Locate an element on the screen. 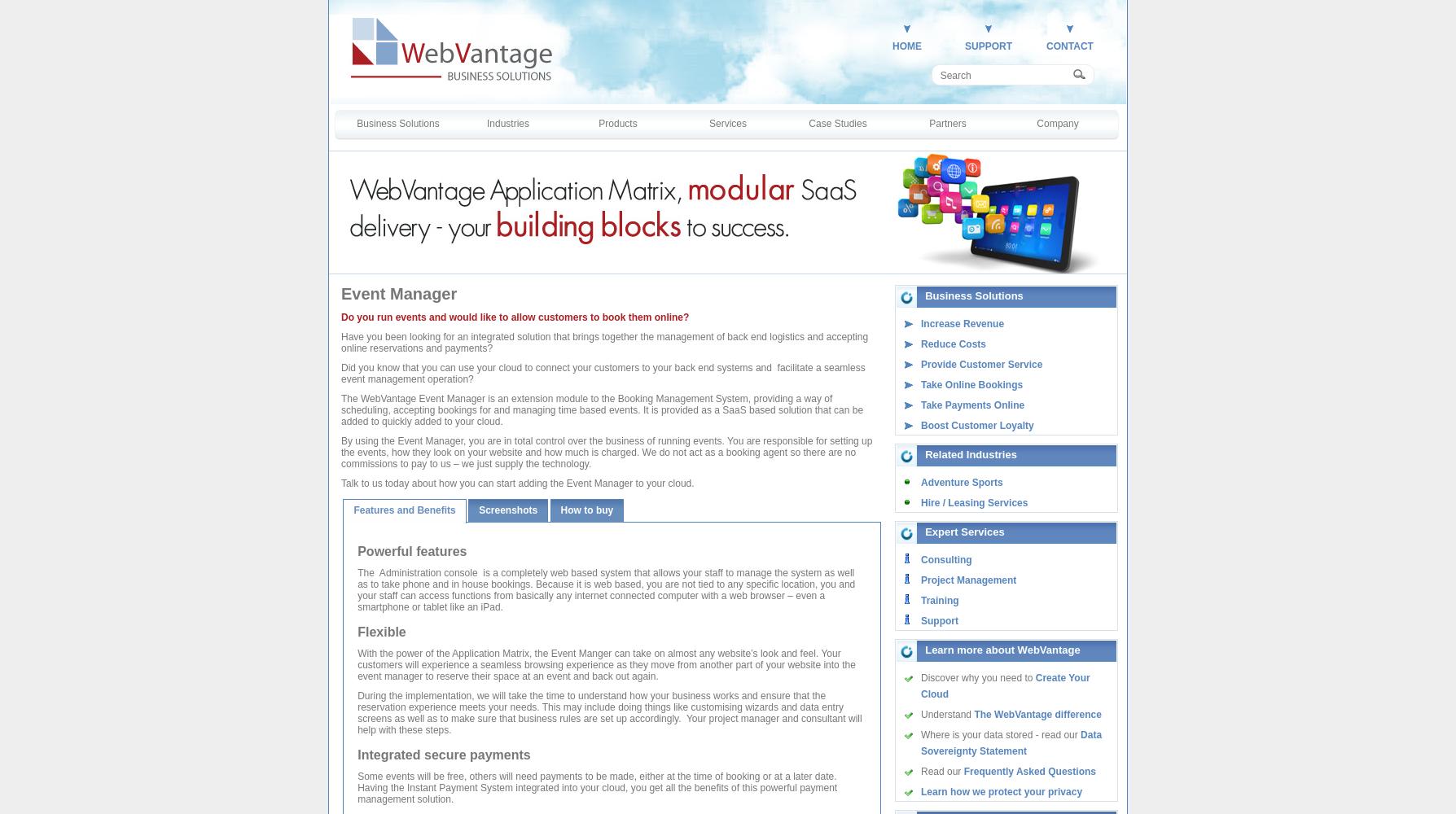  'Reduce Costs' is located at coordinates (952, 344).